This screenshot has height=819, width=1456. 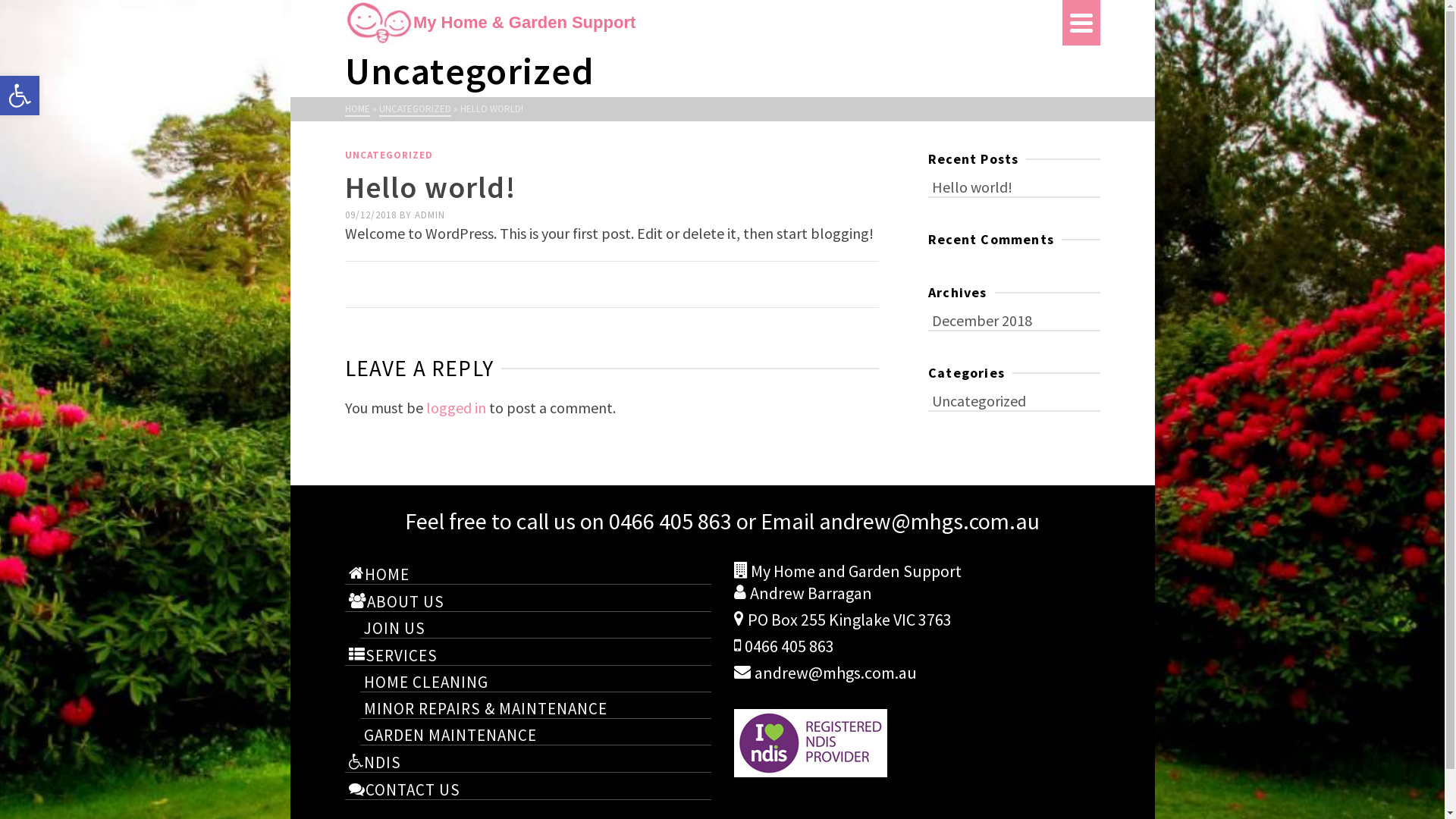 I want to click on 'logged in', so click(x=455, y=406).